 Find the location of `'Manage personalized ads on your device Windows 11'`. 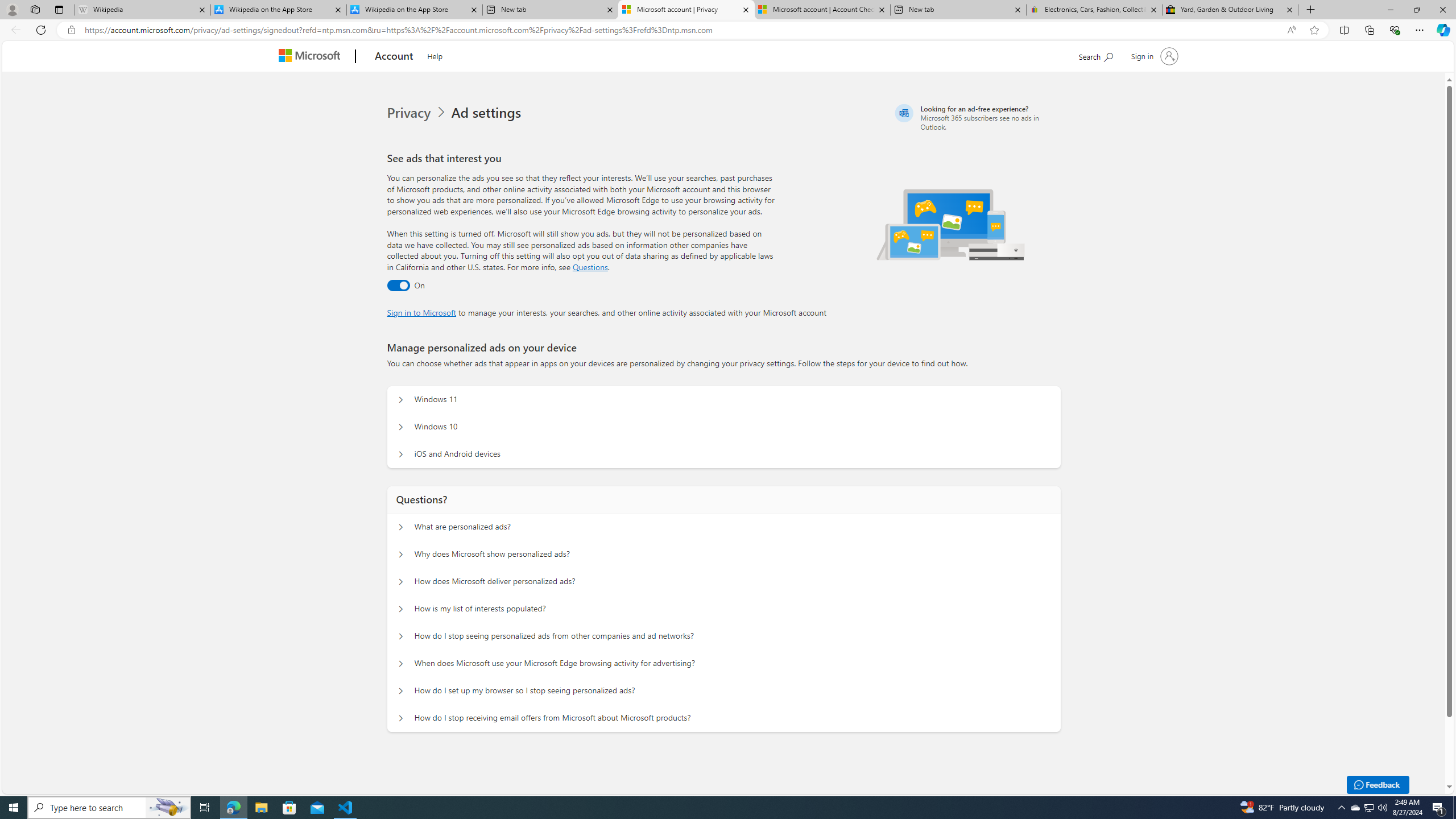

'Manage personalized ads on your device Windows 11' is located at coordinates (401, 399).